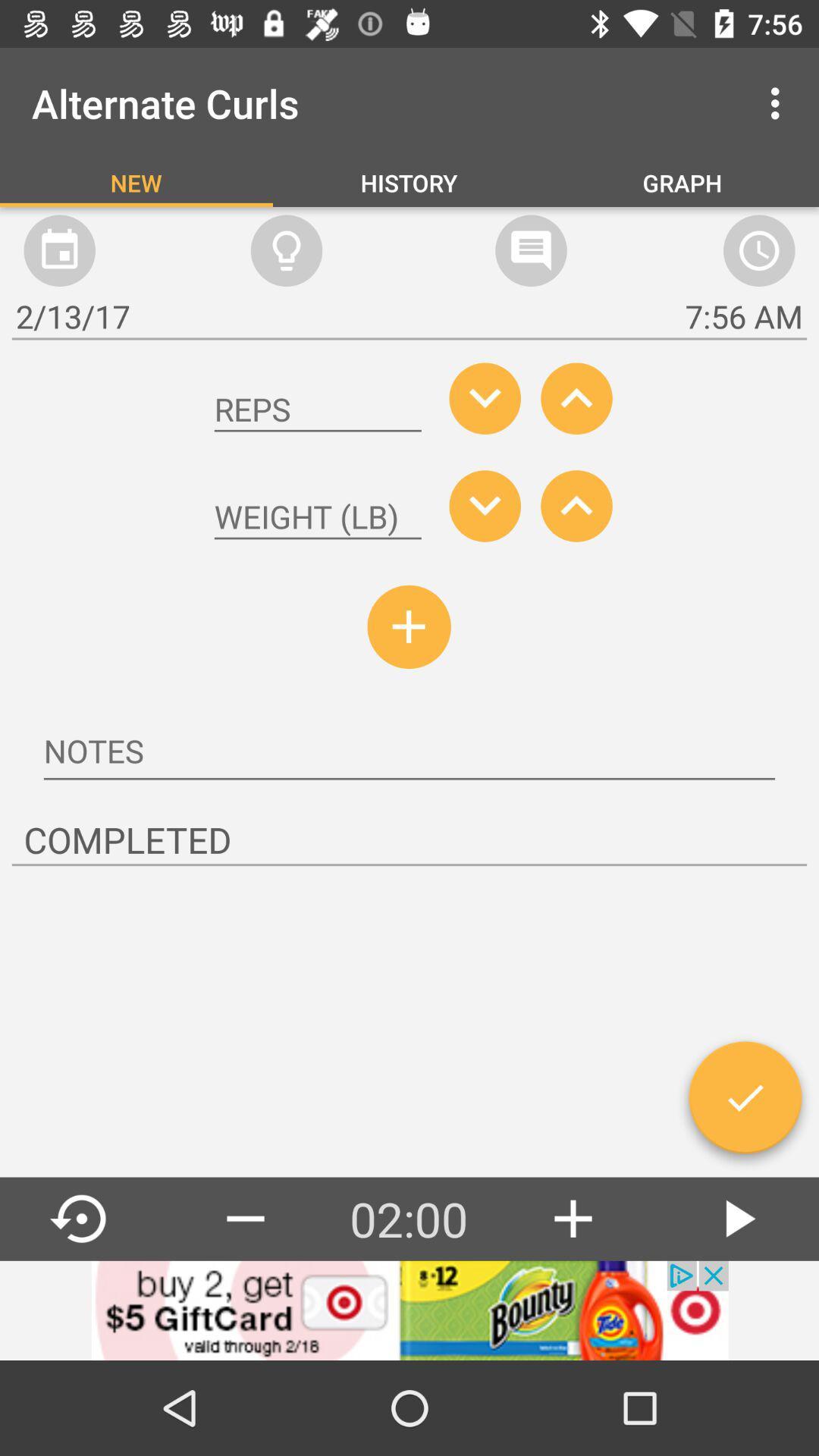  I want to click on to accept correct, so click(744, 1103).